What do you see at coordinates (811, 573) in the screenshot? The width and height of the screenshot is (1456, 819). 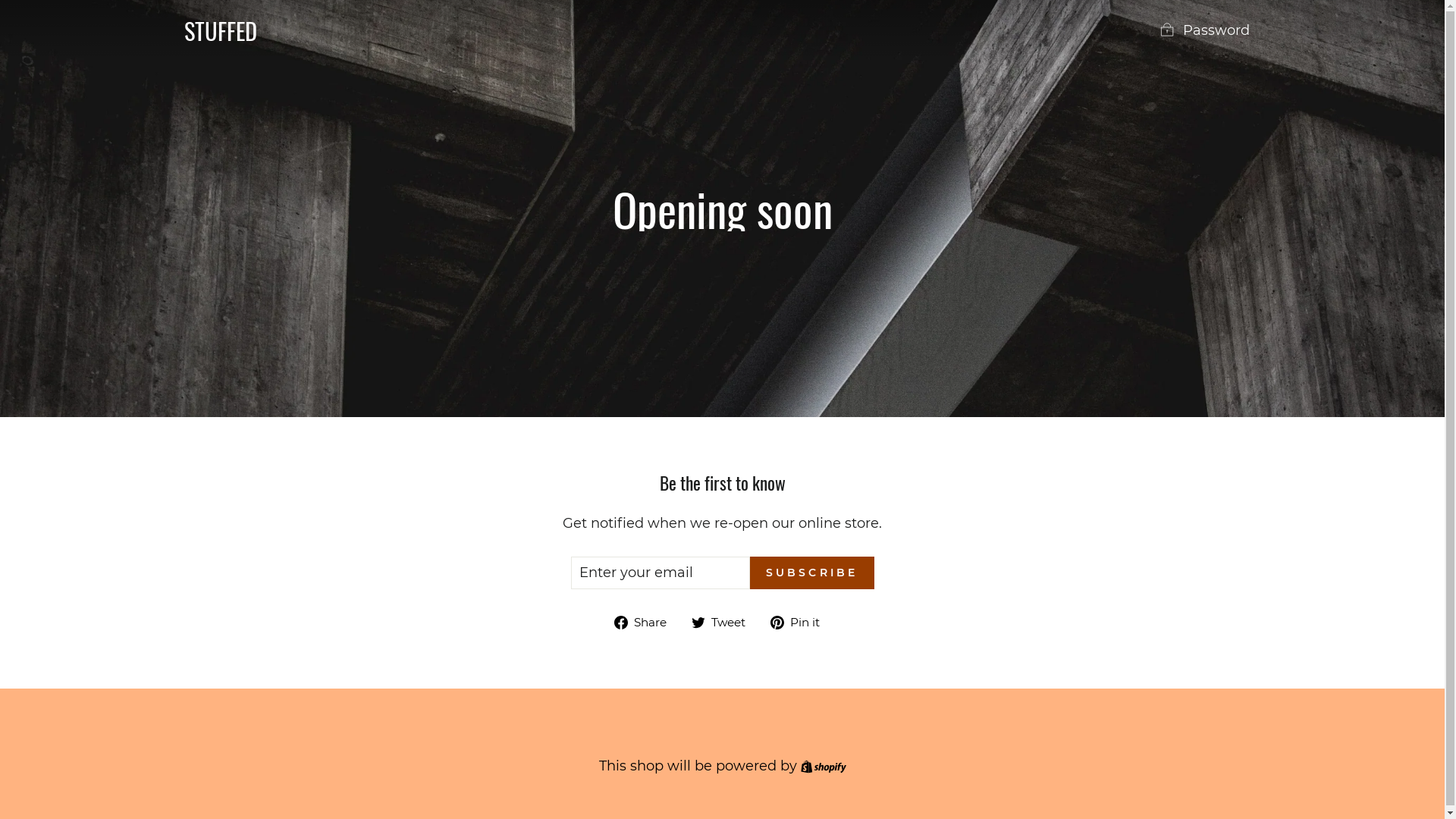 I see `'SUBSCRIBE'` at bounding box center [811, 573].